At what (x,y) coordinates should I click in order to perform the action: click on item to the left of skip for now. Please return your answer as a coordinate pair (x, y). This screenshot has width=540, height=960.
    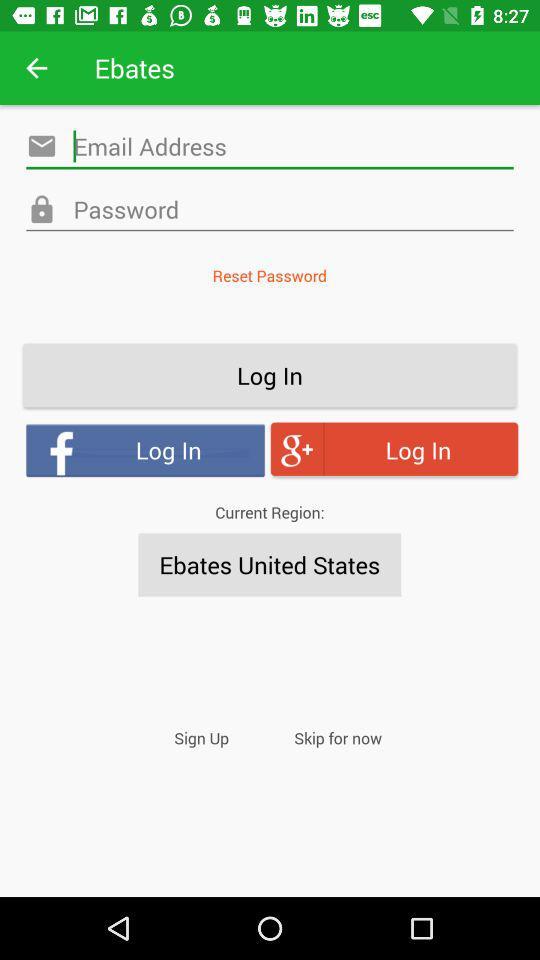
    Looking at the image, I should click on (201, 737).